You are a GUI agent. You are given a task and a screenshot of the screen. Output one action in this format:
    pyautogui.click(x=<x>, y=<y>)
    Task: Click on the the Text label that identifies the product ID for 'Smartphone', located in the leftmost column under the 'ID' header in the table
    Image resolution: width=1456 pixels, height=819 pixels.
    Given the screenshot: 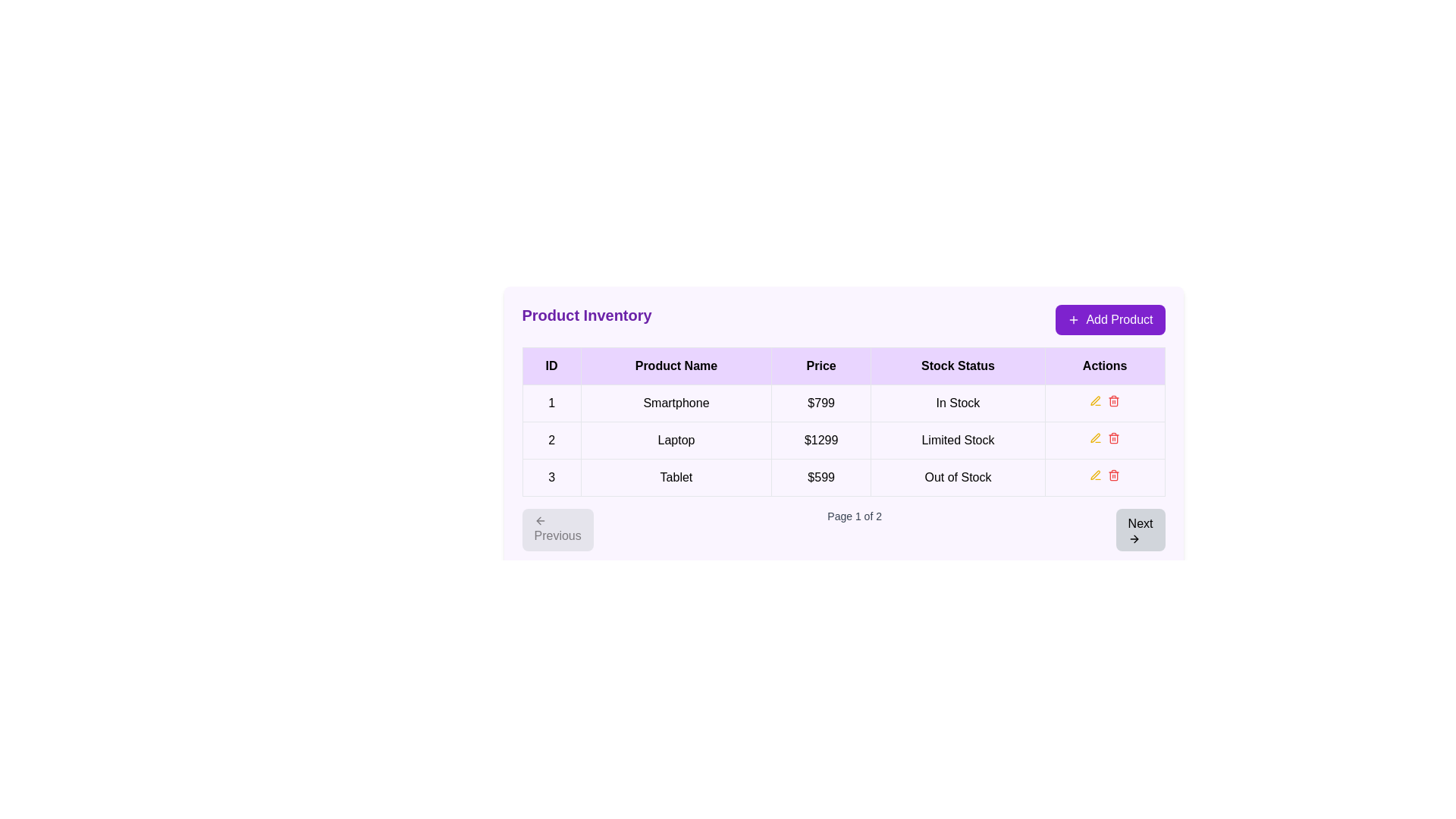 What is the action you would take?
    pyautogui.click(x=550, y=403)
    